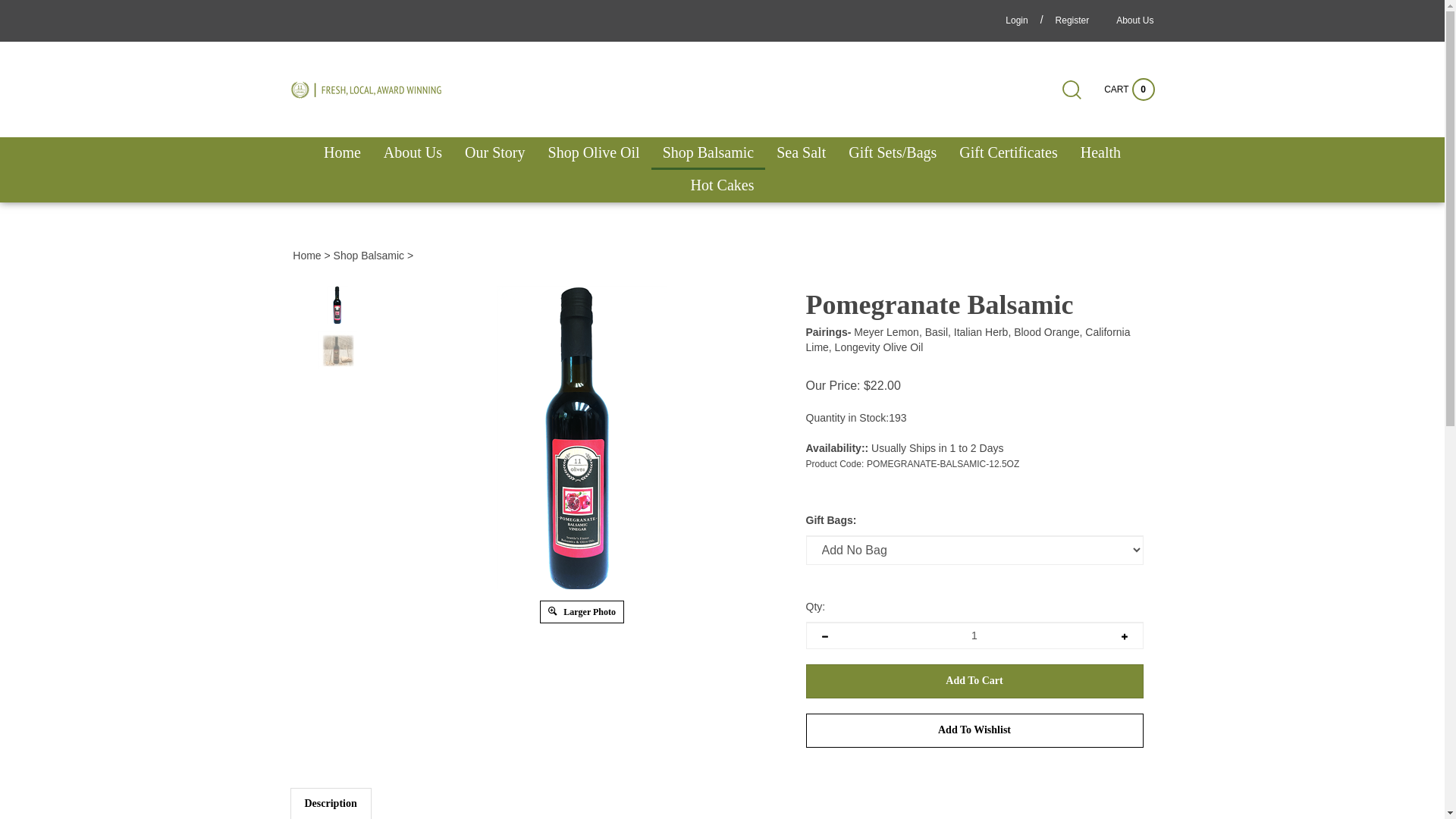 The width and height of the screenshot is (1456, 819). I want to click on 'minus', so click(823, 635).